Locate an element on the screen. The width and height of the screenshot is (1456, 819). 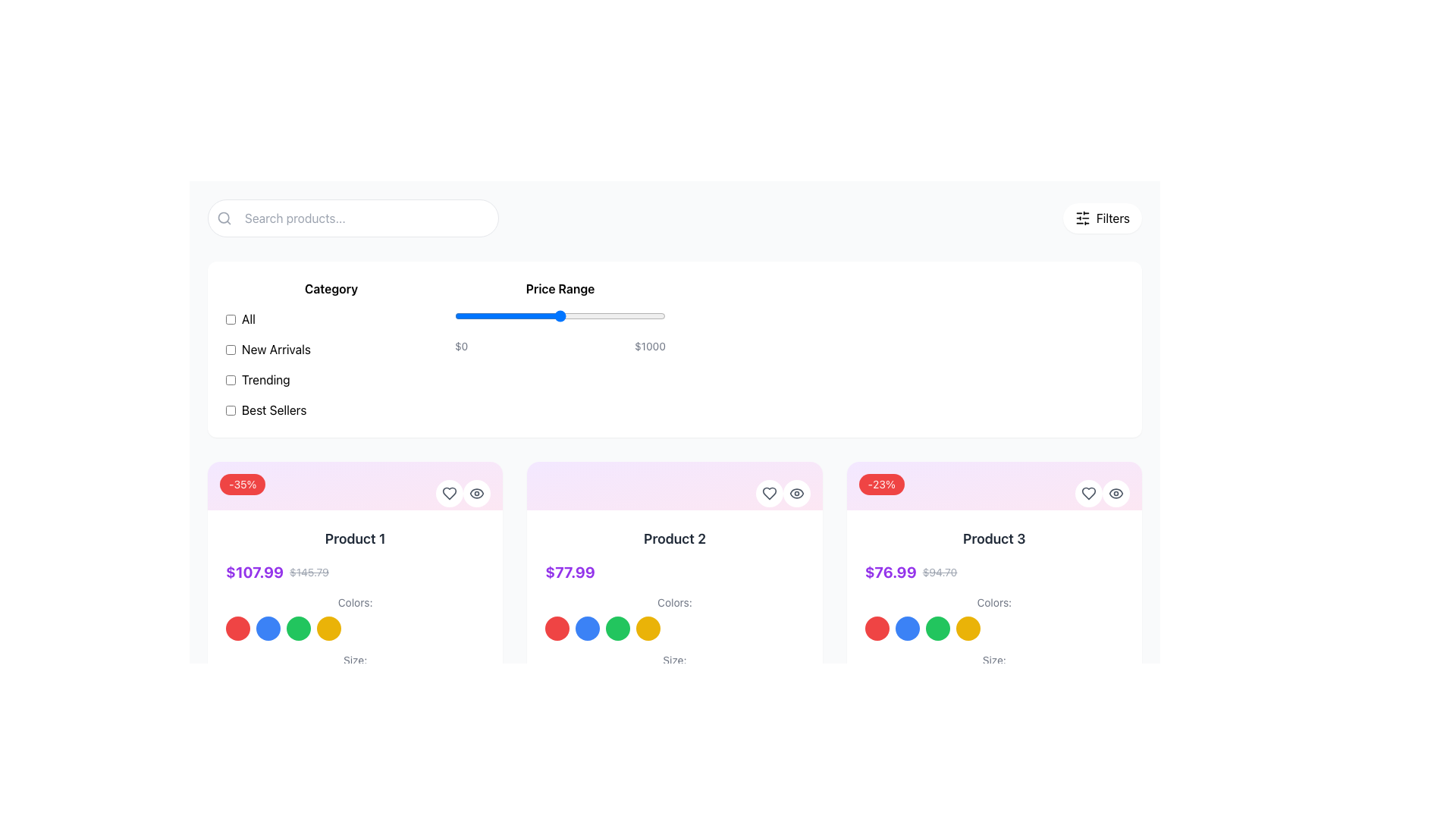
price value displayed in the bold text showing '$77.99' with a purple font color, located in the middle product card (Product 2), at the top section under the product title is located at coordinates (570, 573).